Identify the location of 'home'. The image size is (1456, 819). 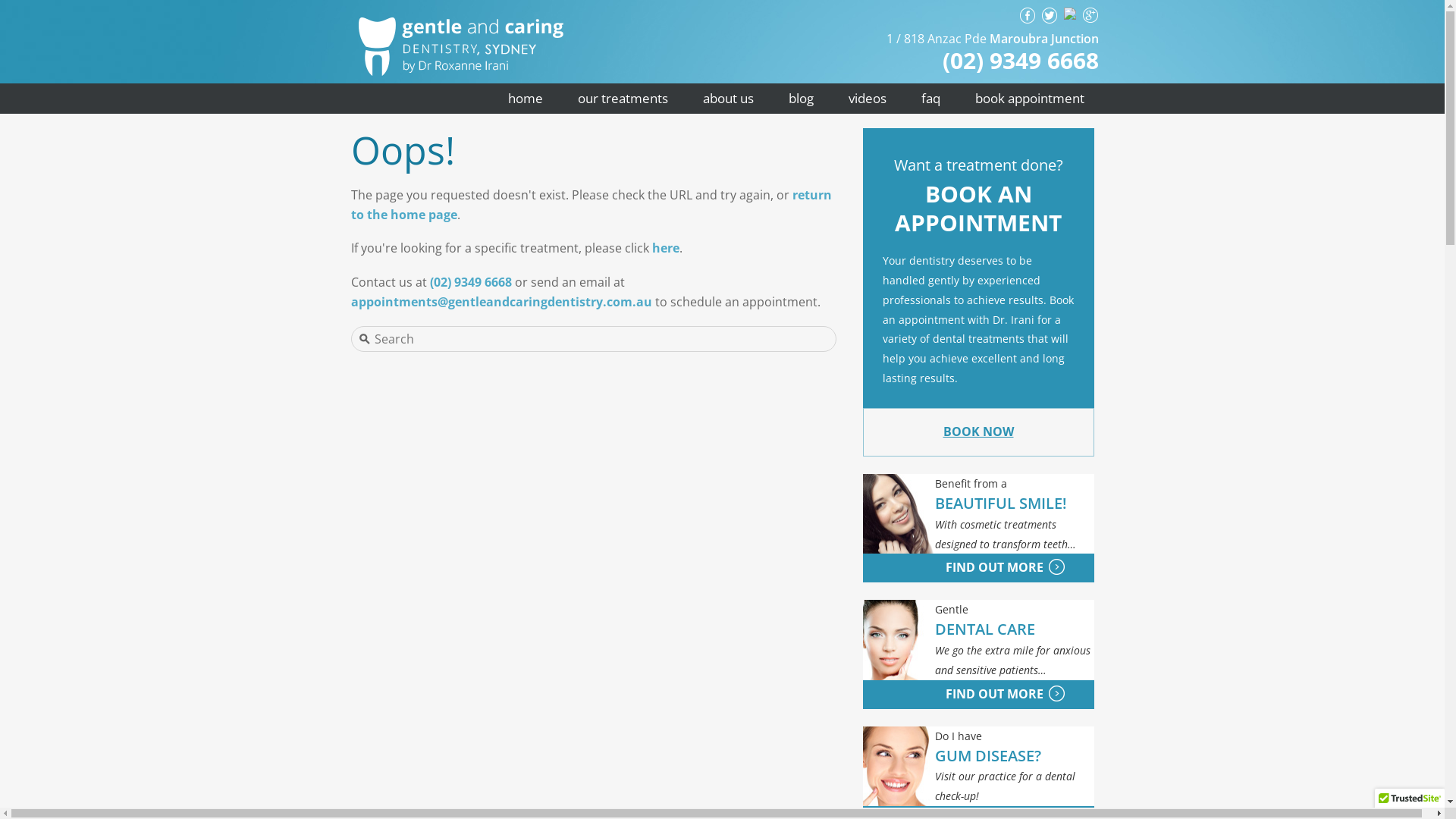
(524, 99).